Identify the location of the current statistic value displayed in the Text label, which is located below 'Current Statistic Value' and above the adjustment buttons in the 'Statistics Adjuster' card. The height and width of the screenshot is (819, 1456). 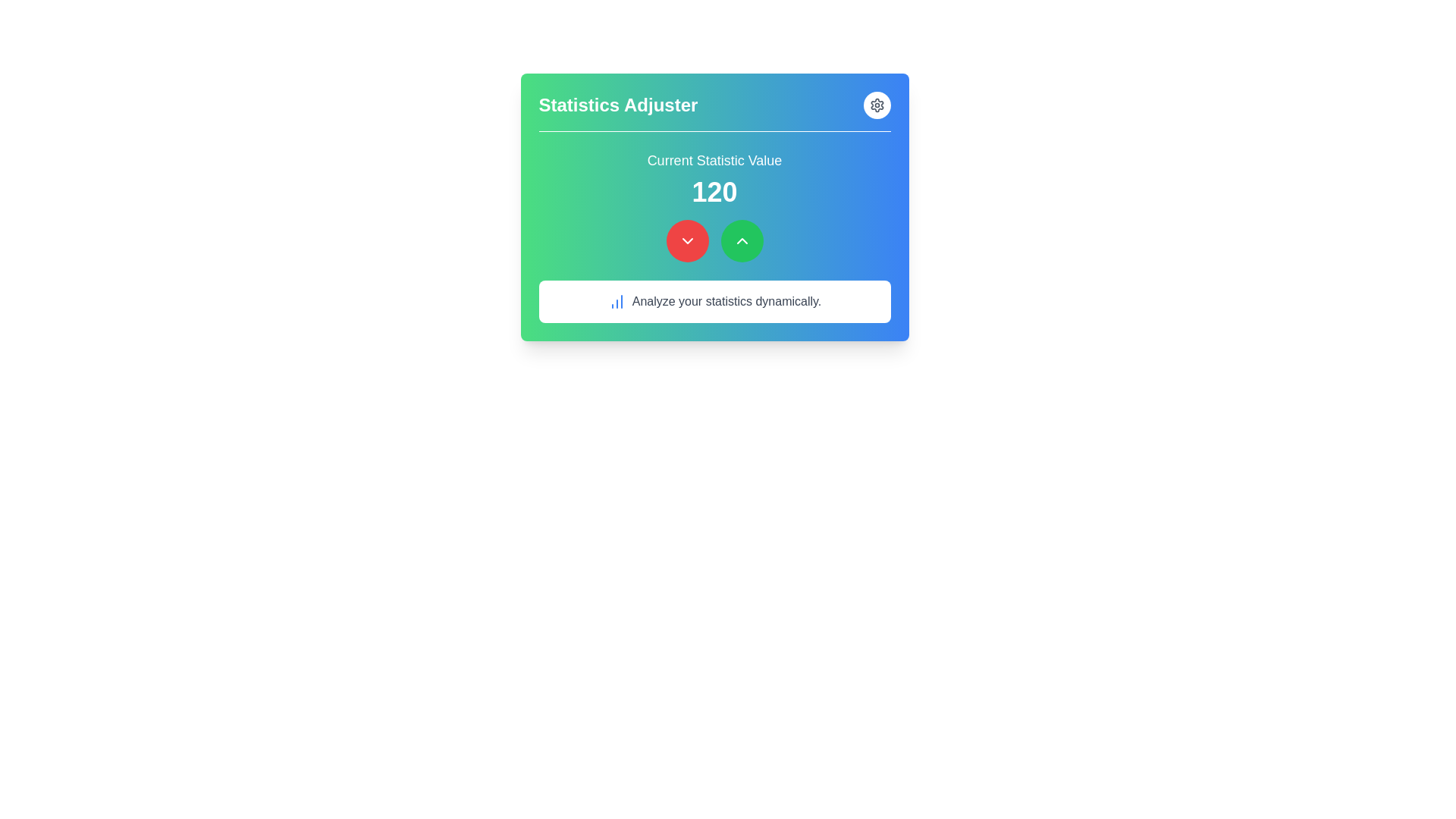
(714, 192).